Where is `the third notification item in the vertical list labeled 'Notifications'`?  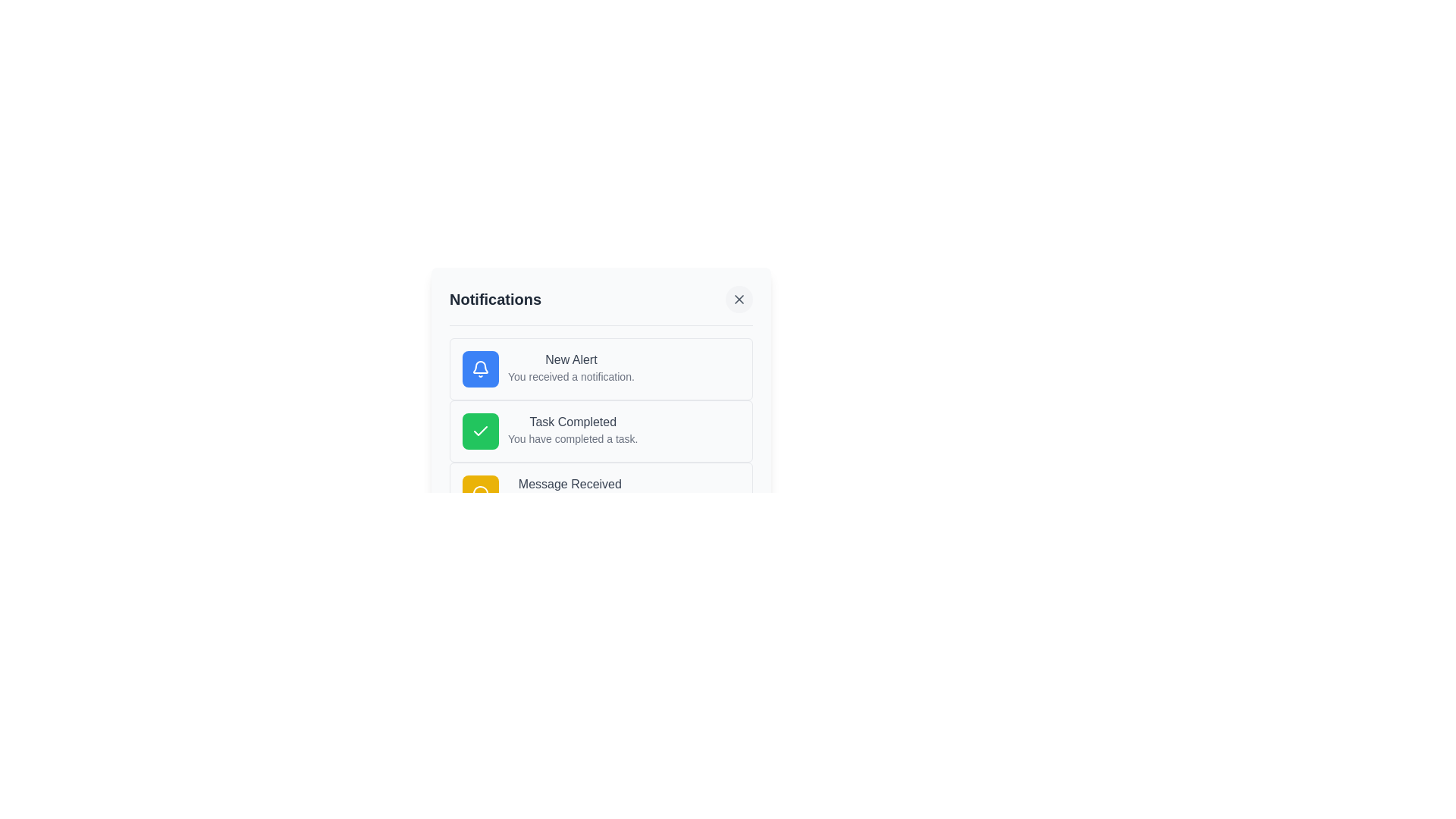 the third notification item in the vertical list labeled 'Notifications' is located at coordinates (600, 494).